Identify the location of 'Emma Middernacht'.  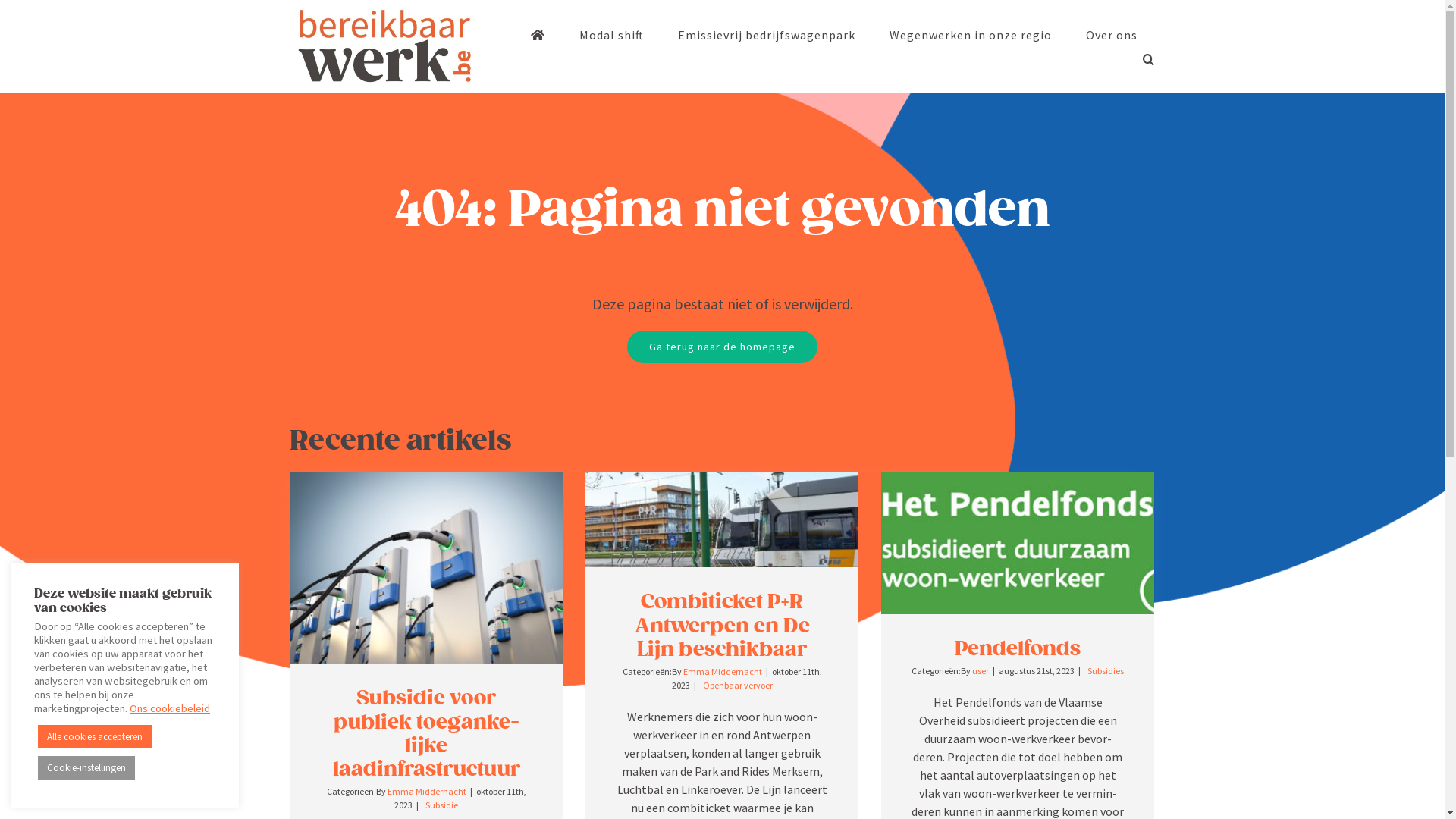
(425, 790).